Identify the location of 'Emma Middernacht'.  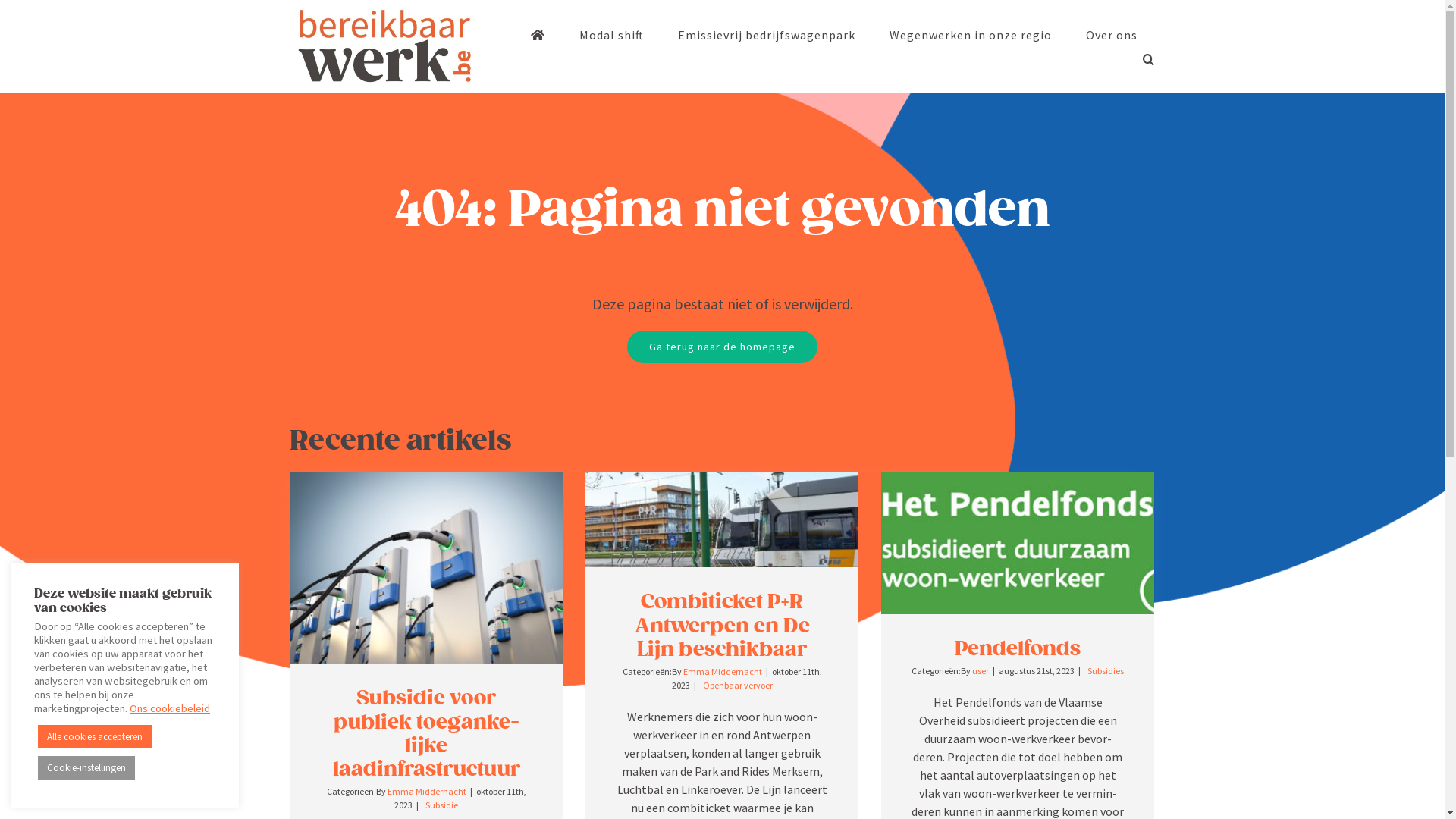
(425, 790).